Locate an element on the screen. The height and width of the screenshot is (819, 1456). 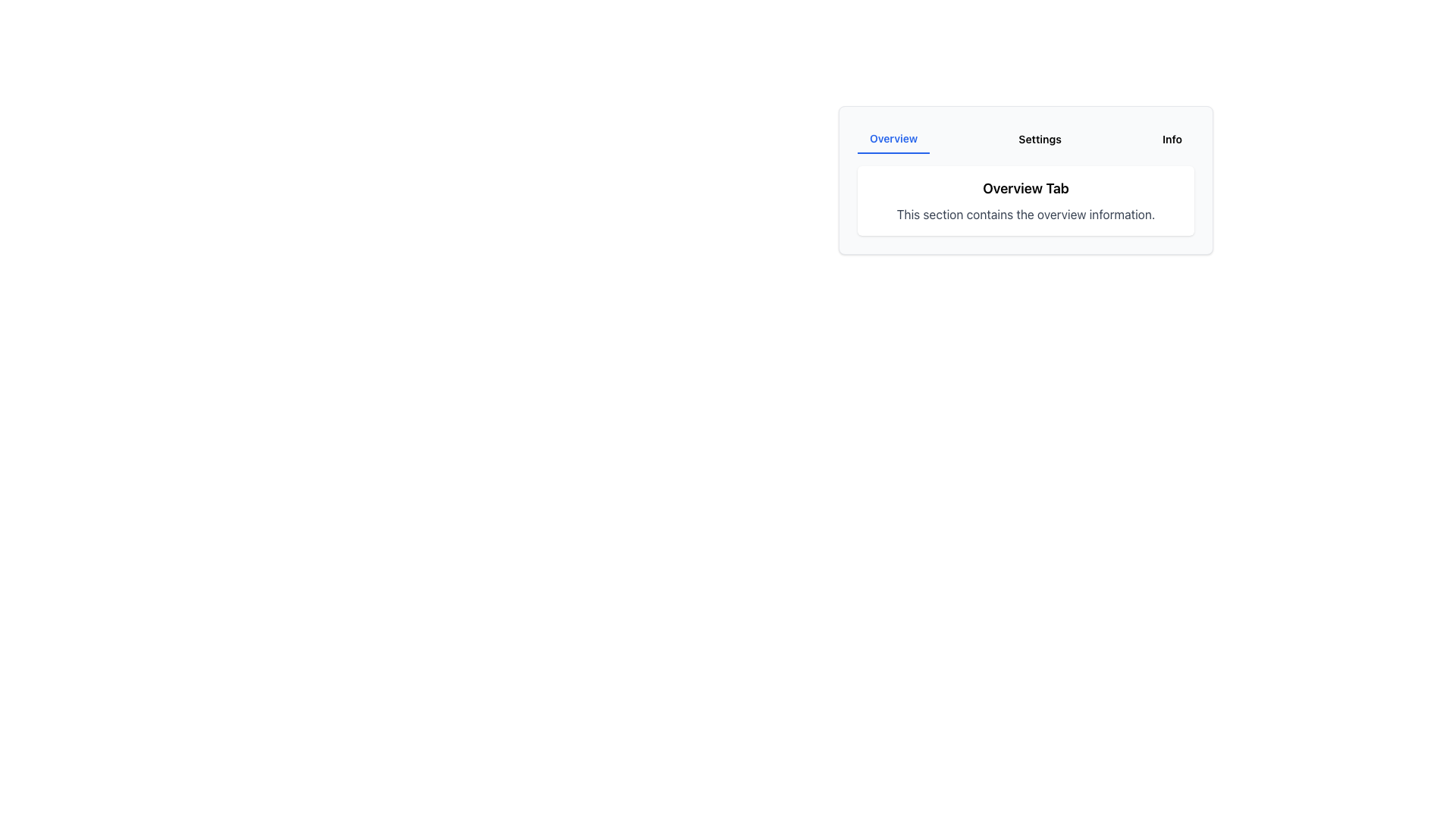
the 'Settings' tab, which is a button-like text element styled with padding, small bold text, located in the middle of three sibling elements in a horizontal navigation bar is located at coordinates (1039, 140).